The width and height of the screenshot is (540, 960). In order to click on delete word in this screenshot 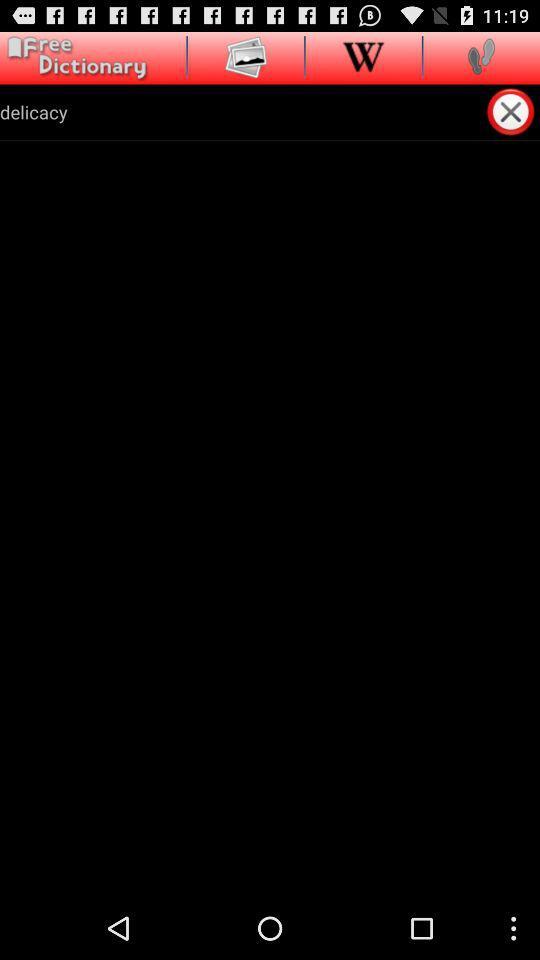, I will do `click(512, 111)`.